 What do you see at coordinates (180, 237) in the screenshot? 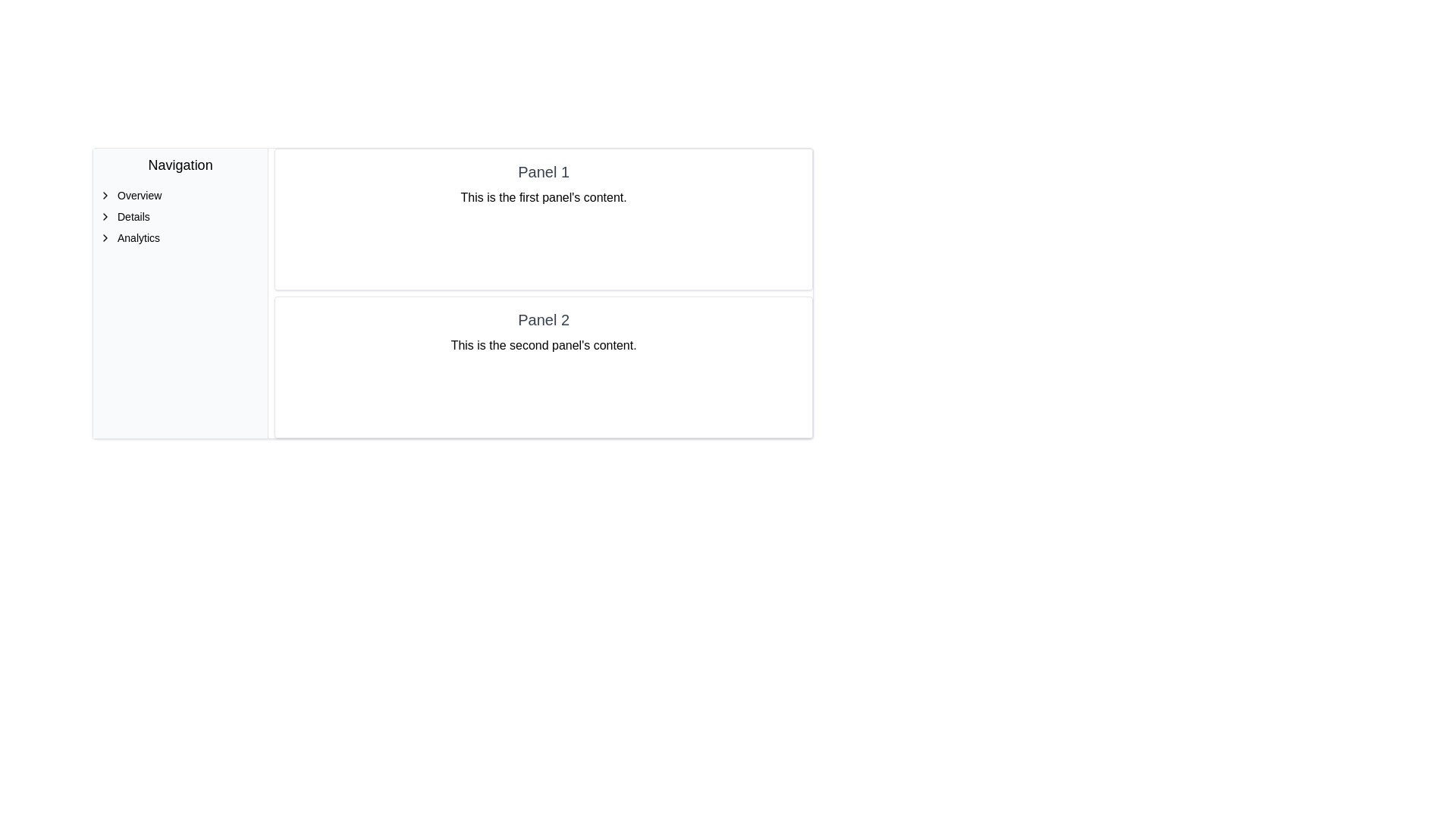
I see `the 'Analytics' navigational button` at bounding box center [180, 237].